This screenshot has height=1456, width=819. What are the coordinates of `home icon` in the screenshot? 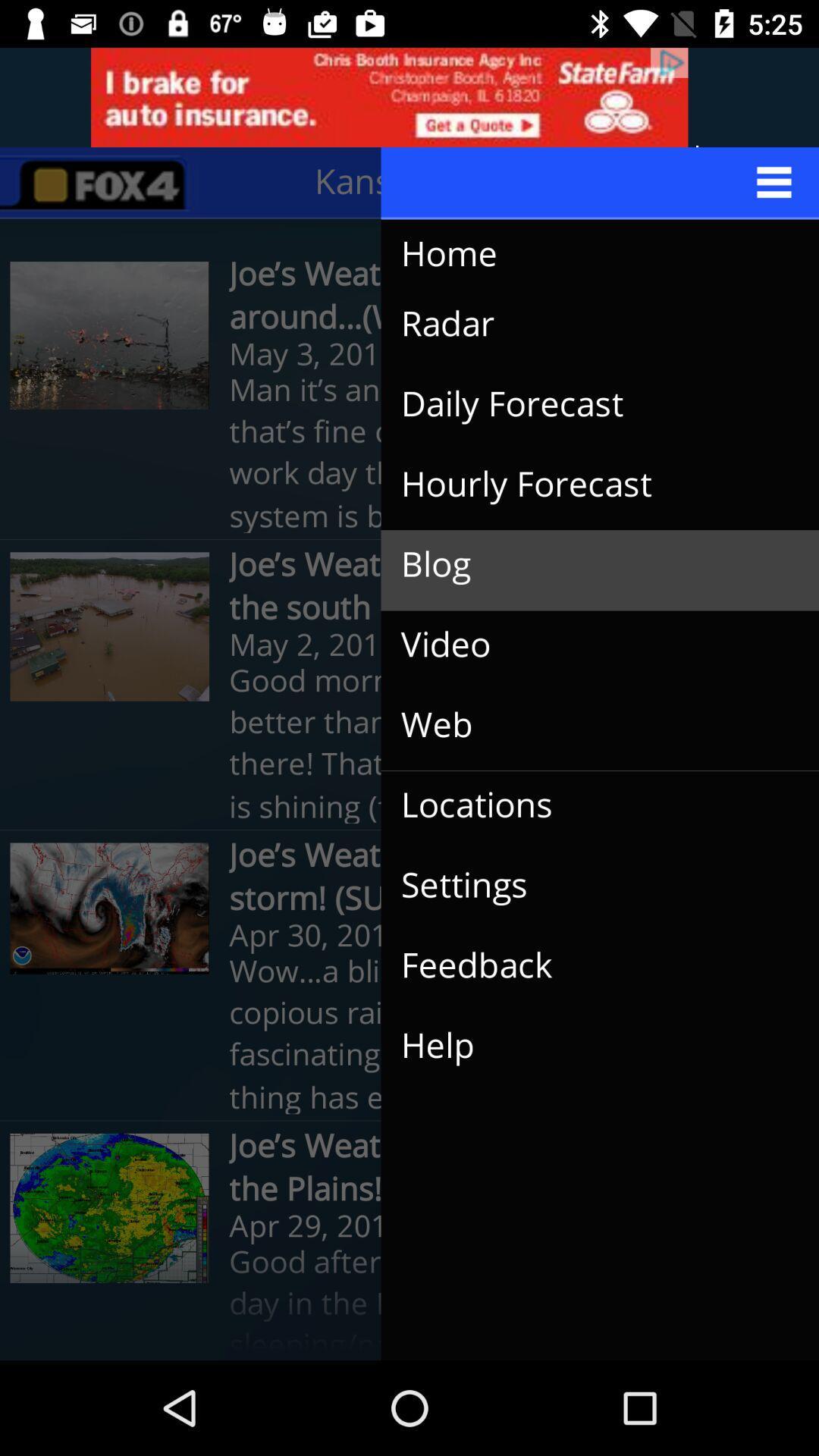 It's located at (584, 254).